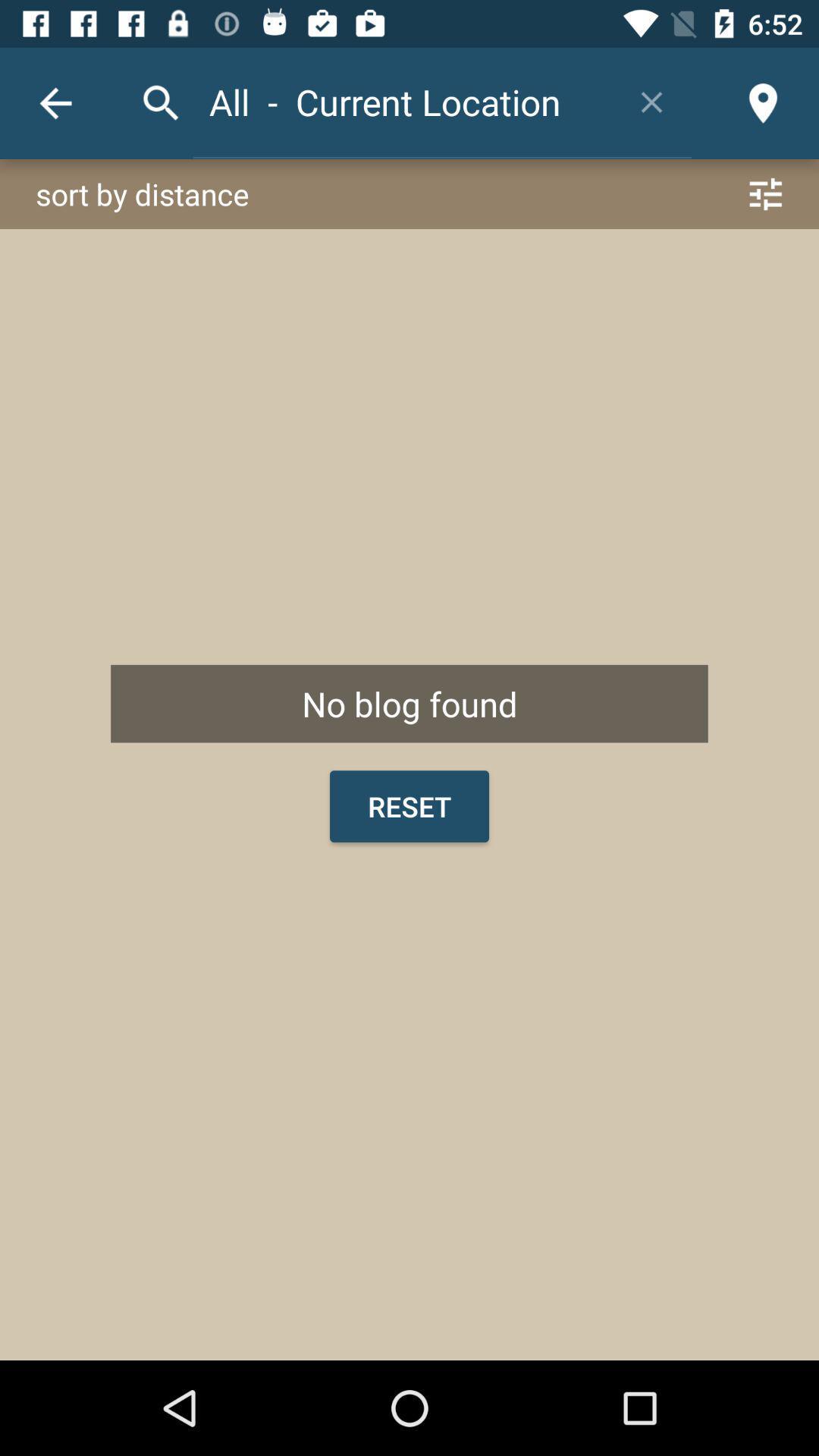 The height and width of the screenshot is (1456, 819). Describe the element at coordinates (402, 101) in the screenshot. I see `the all  -  current location item` at that location.